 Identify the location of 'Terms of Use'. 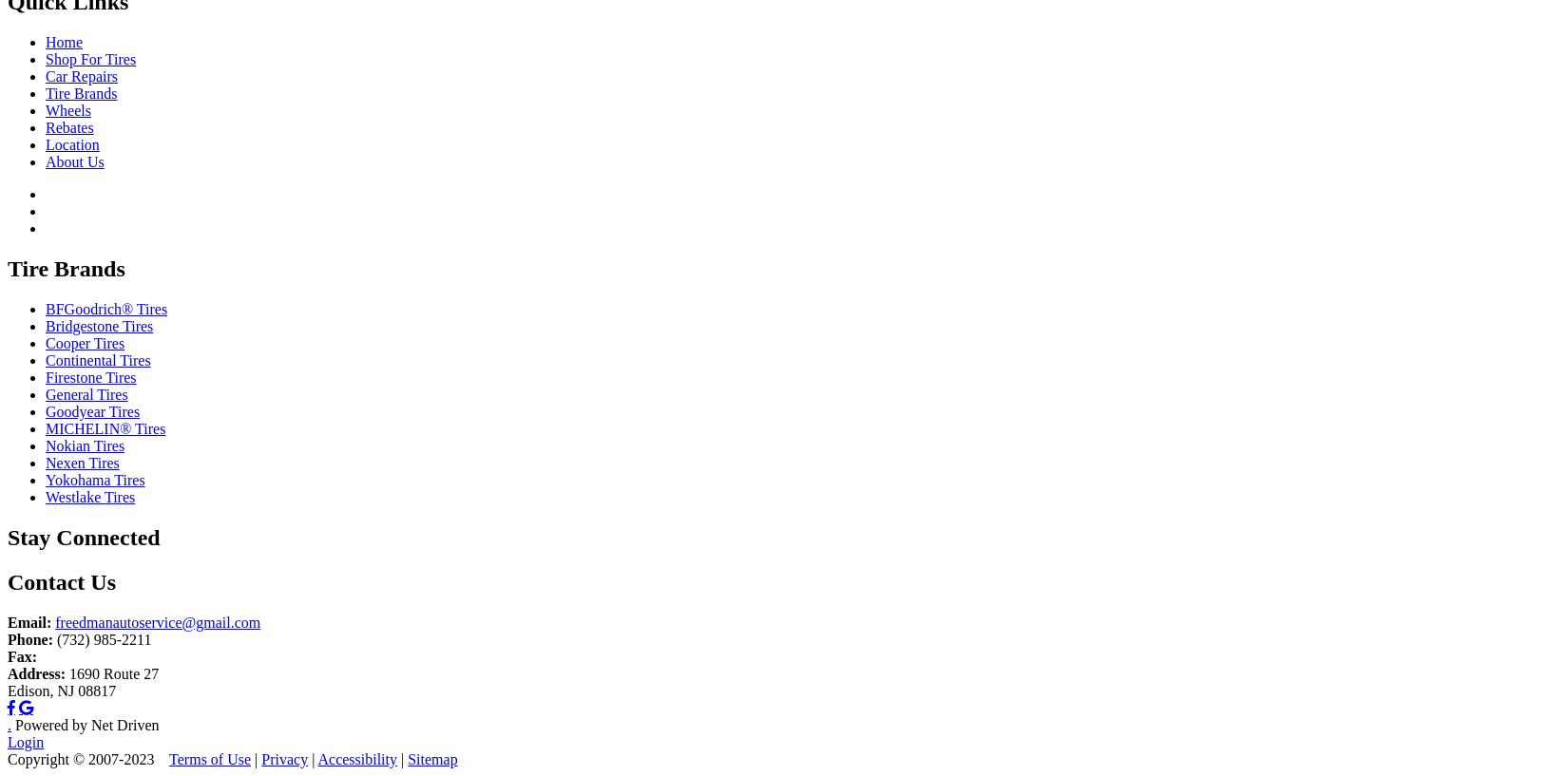
(209, 758).